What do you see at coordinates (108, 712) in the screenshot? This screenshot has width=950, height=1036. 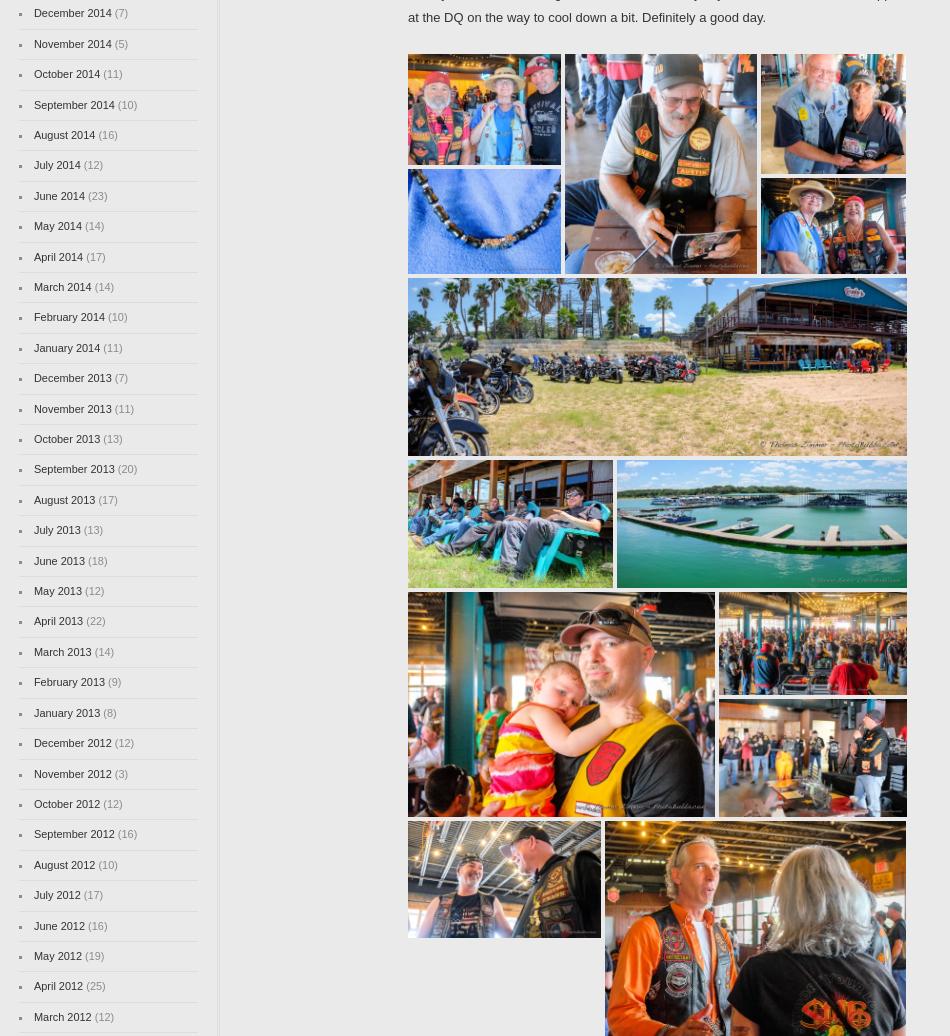 I see `'(8)'` at bounding box center [108, 712].